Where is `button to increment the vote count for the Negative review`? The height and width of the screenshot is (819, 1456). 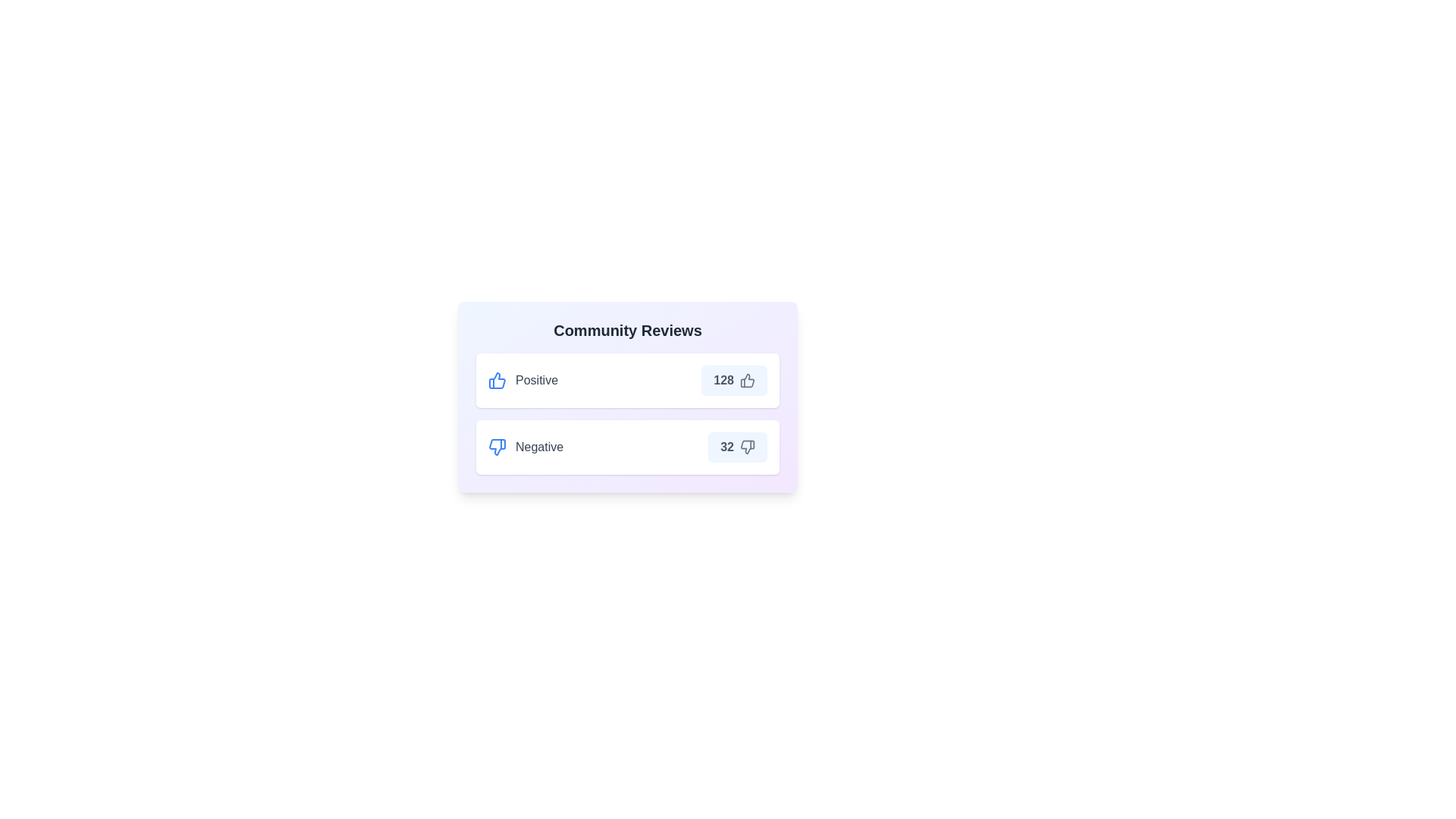
button to increment the vote count for the Negative review is located at coordinates (738, 447).